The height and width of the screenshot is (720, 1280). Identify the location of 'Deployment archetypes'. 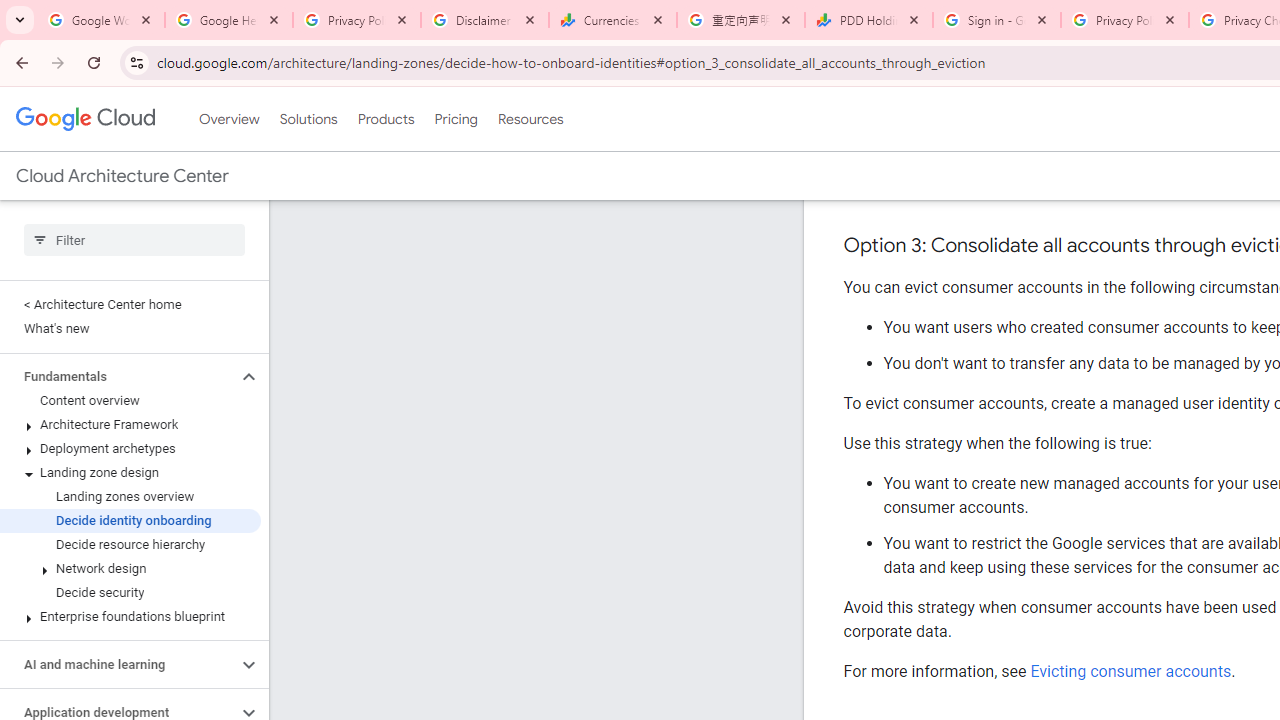
(129, 447).